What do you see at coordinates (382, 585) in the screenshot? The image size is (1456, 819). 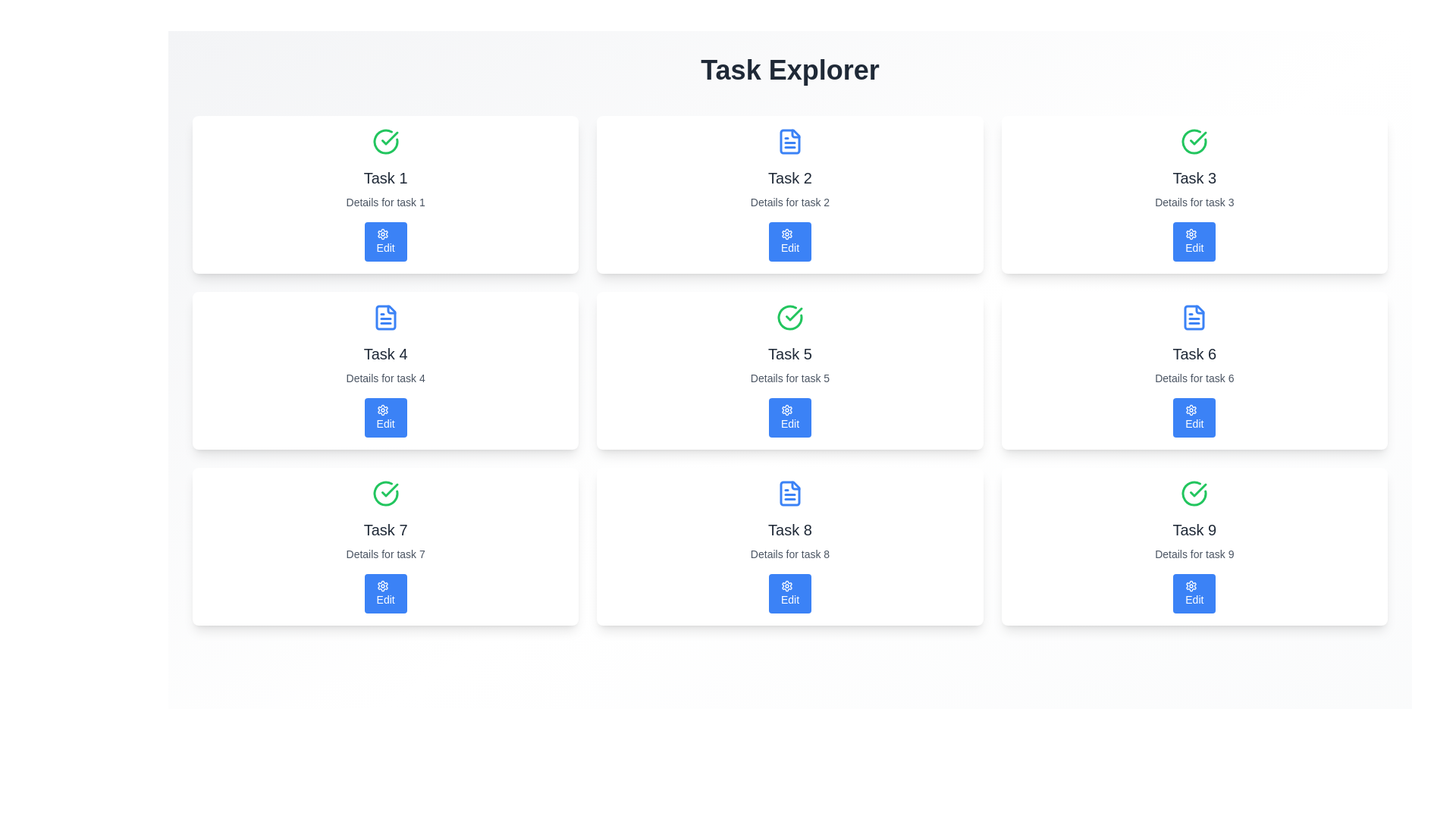 I see `the icon that visually signifies the edit action for 'Task 7', located within the blue button below the 'Task 7' card, preceding the 'Edit' text` at bounding box center [382, 585].